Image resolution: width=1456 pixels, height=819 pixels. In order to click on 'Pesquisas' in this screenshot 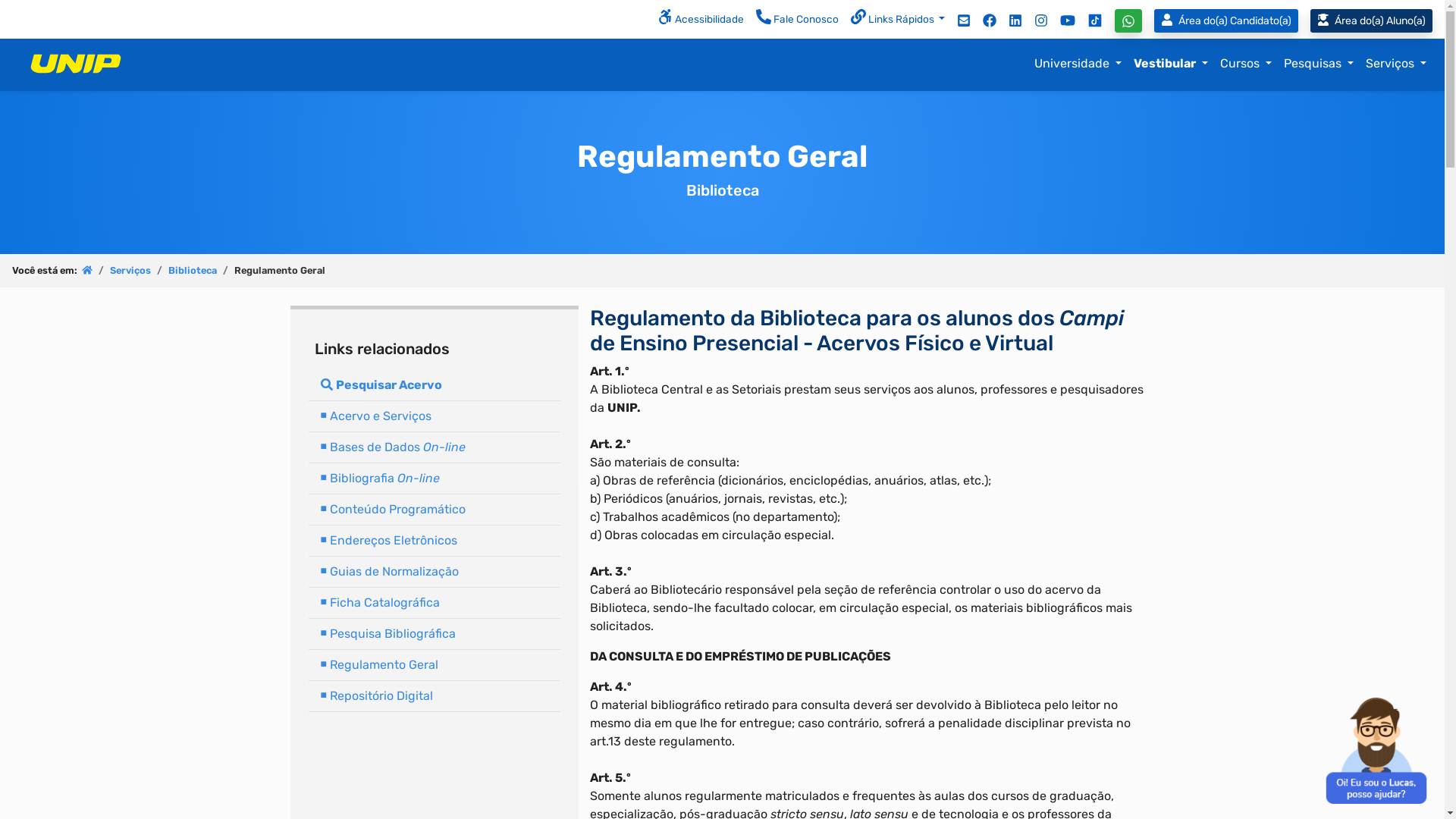, I will do `click(1317, 63)`.